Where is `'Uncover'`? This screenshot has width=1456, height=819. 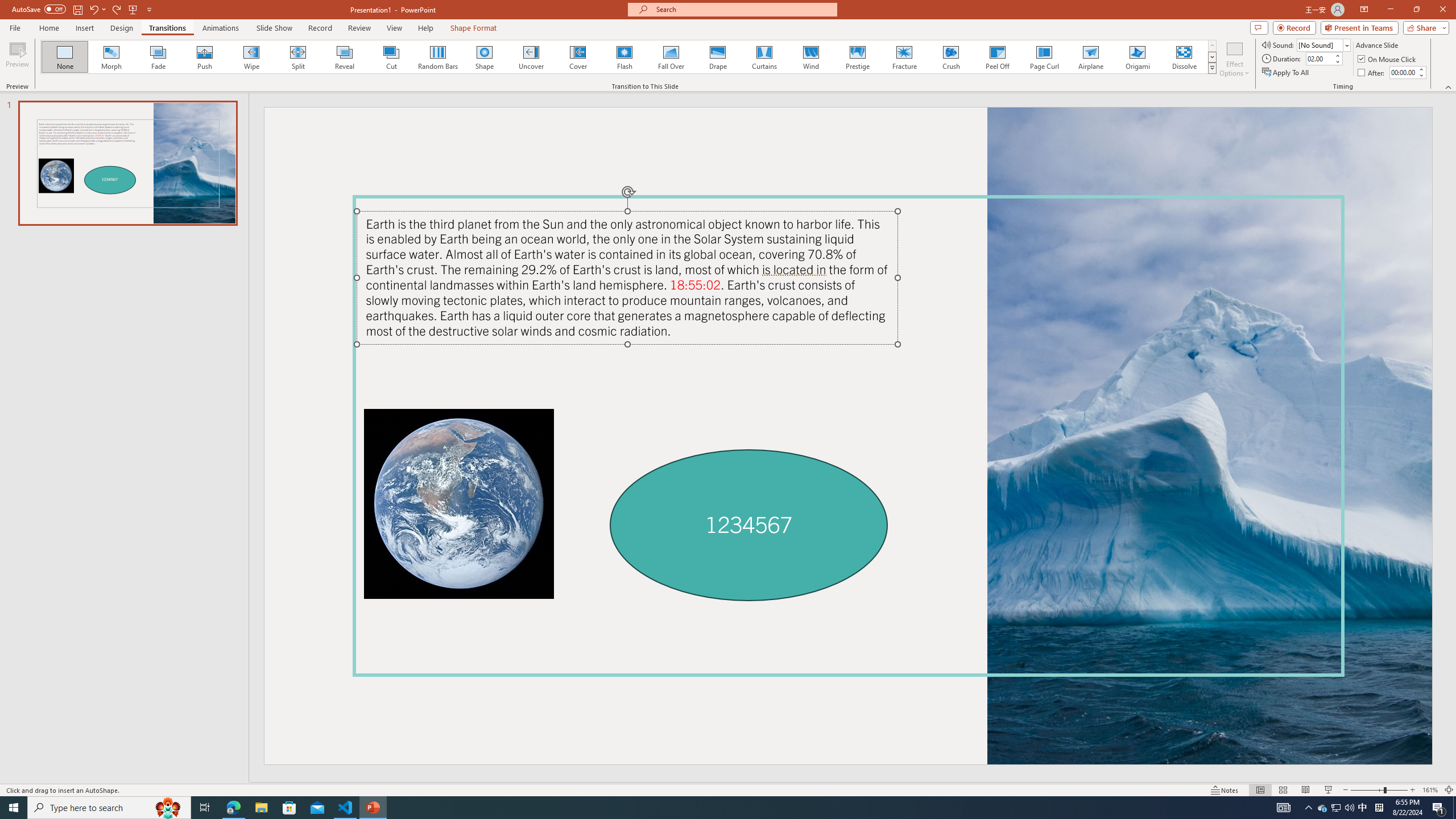
'Uncover' is located at coordinates (531, 56).